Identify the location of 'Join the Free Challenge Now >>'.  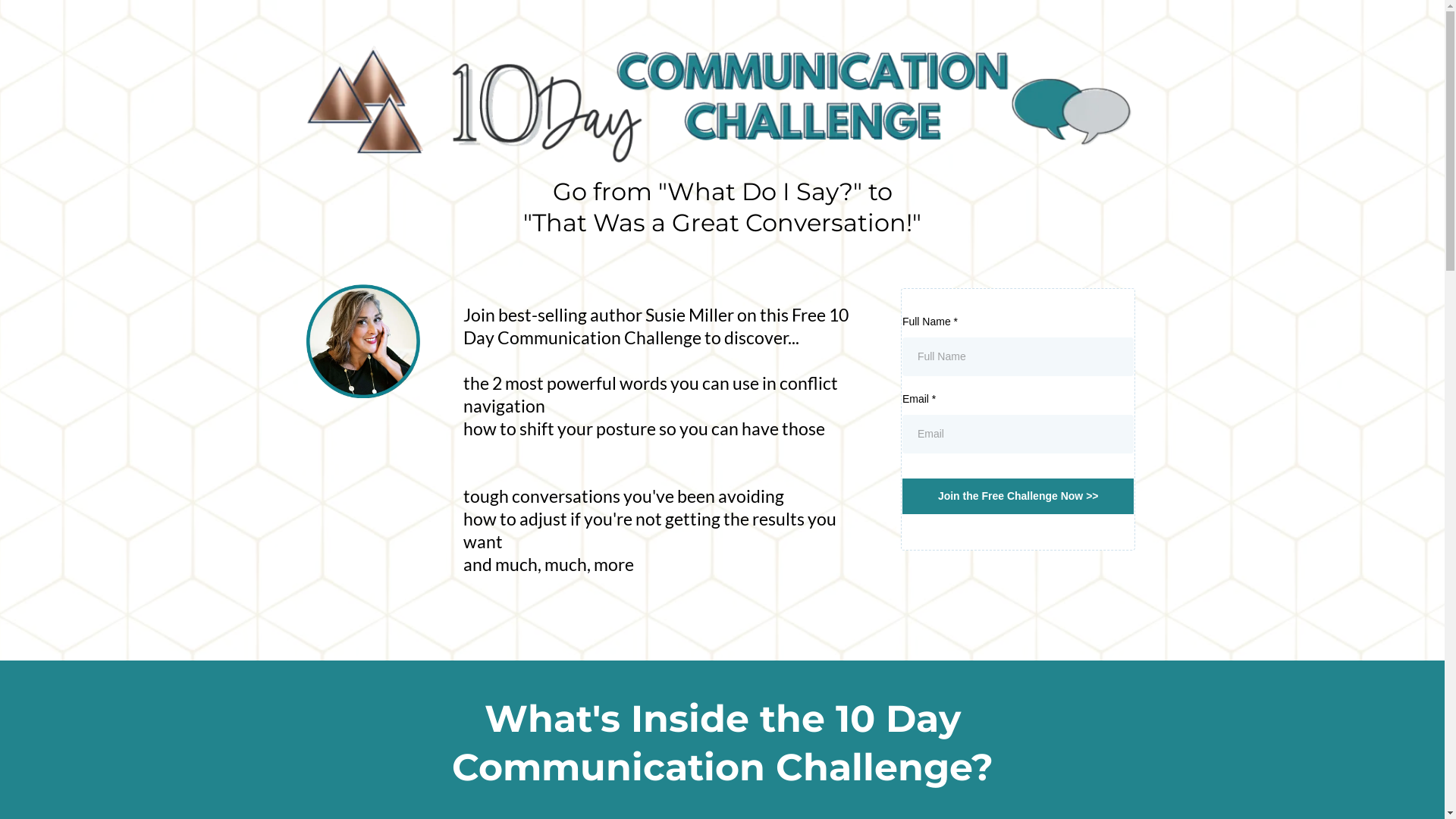
(1018, 496).